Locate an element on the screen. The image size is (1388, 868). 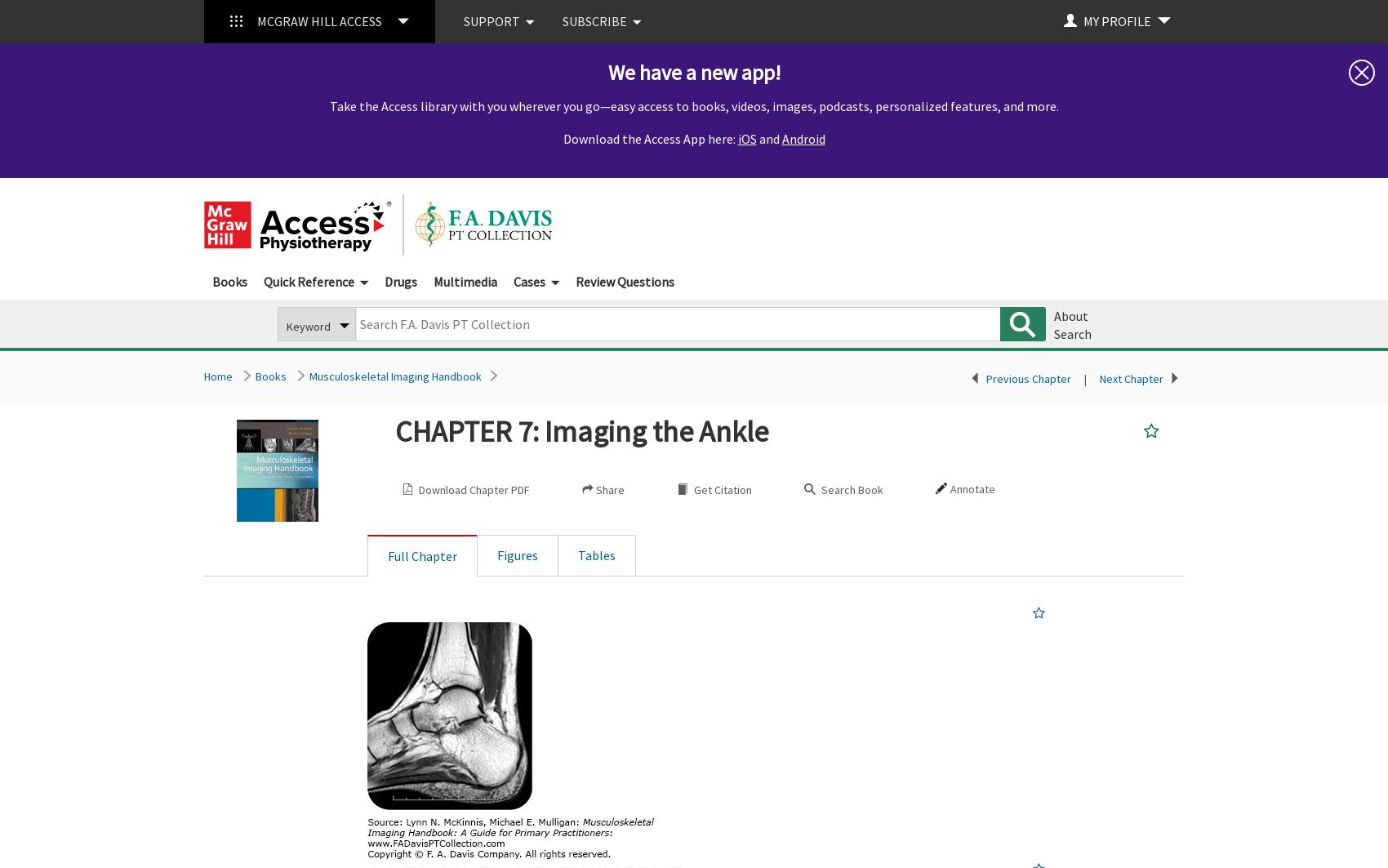
'Android' is located at coordinates (802, 138).